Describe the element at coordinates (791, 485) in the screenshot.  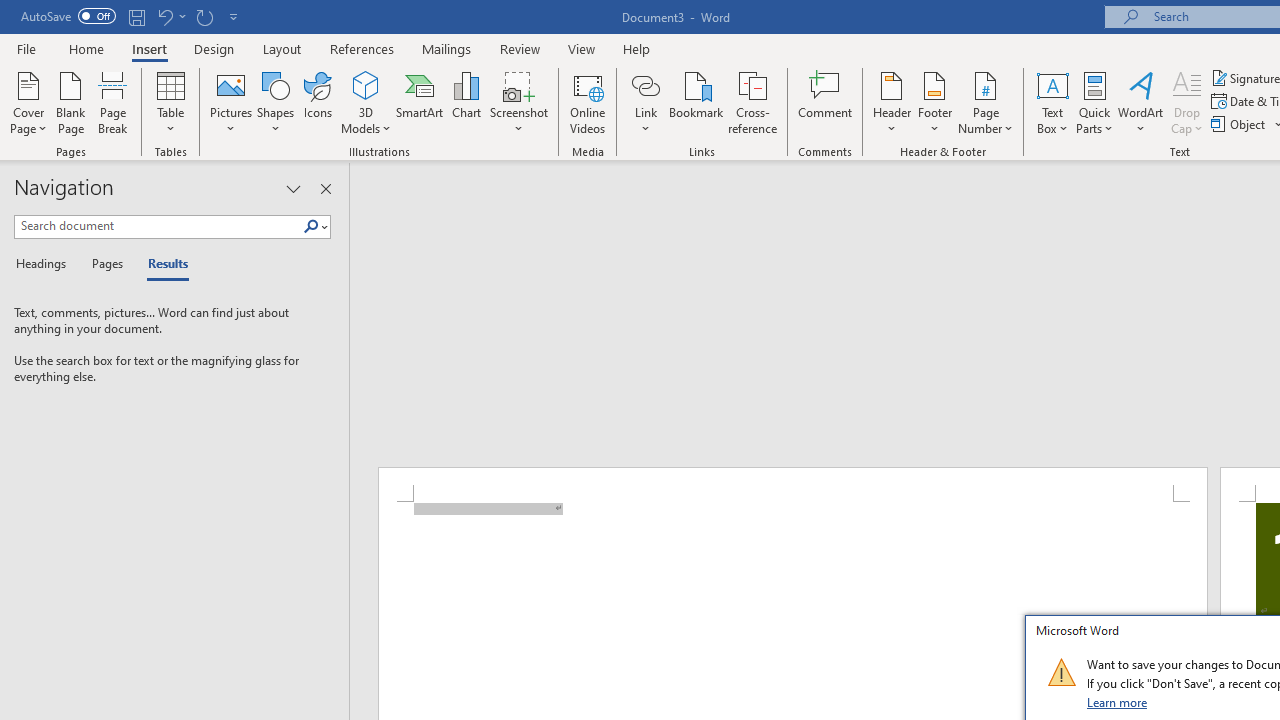
I see `'Header -Section 1-'` at that location.